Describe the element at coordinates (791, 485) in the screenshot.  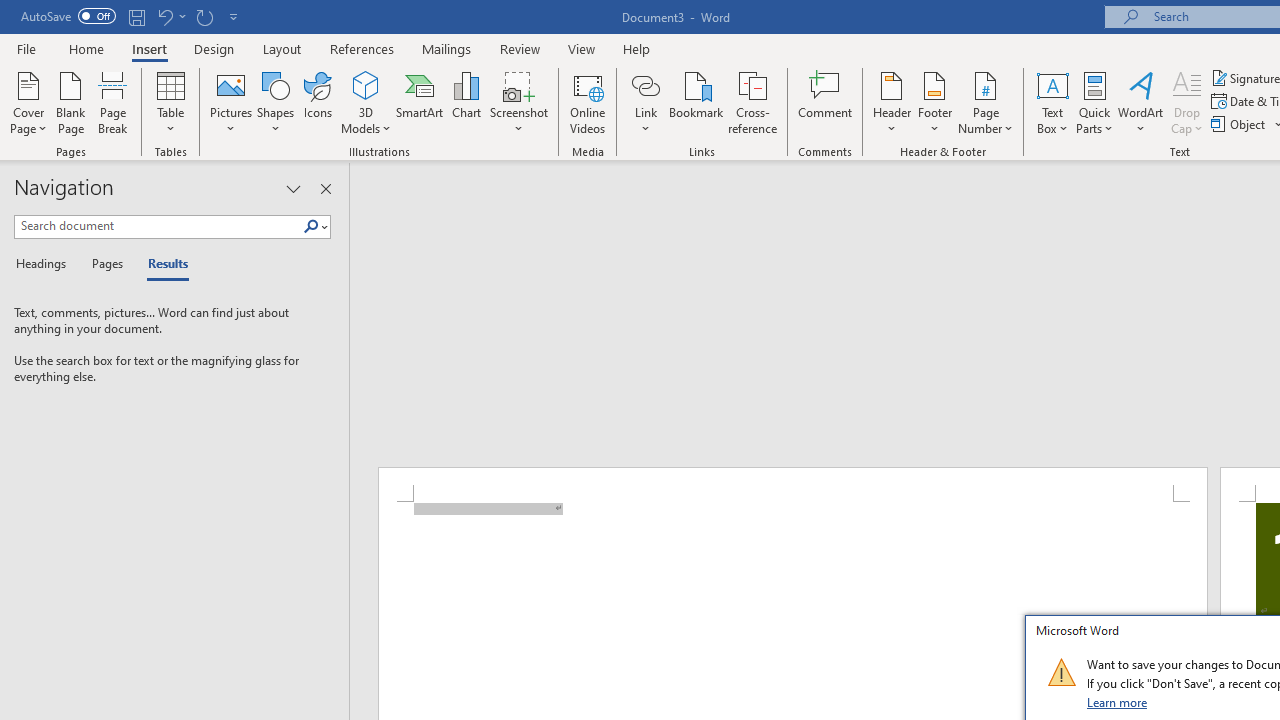
I see `'Header -Section 1-'` at that location.